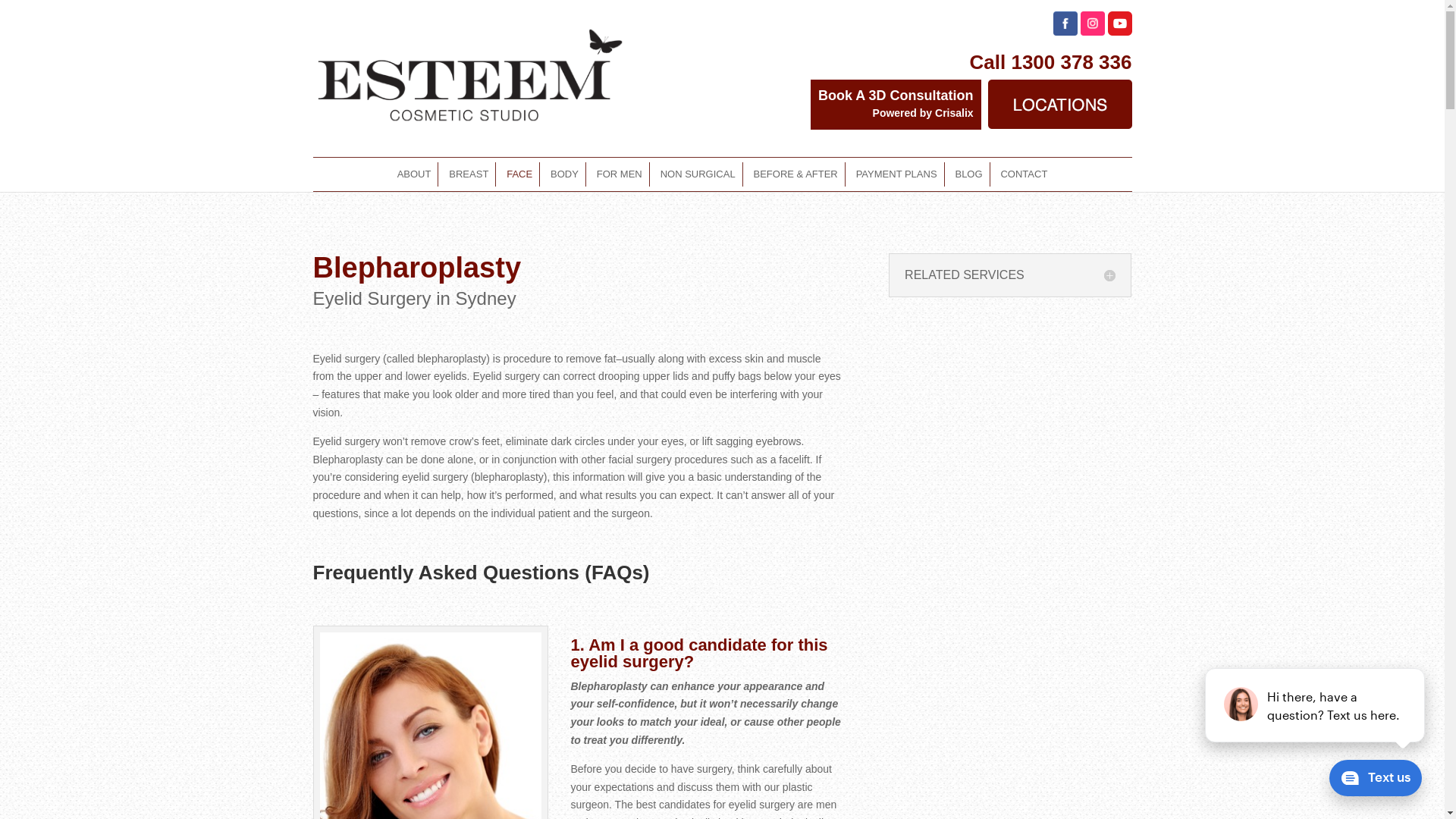 This screenshot has width=1456, height=819. Describe the element at coordinates (468, 174) in the screenshot. I see `'BREAST'` at that location.